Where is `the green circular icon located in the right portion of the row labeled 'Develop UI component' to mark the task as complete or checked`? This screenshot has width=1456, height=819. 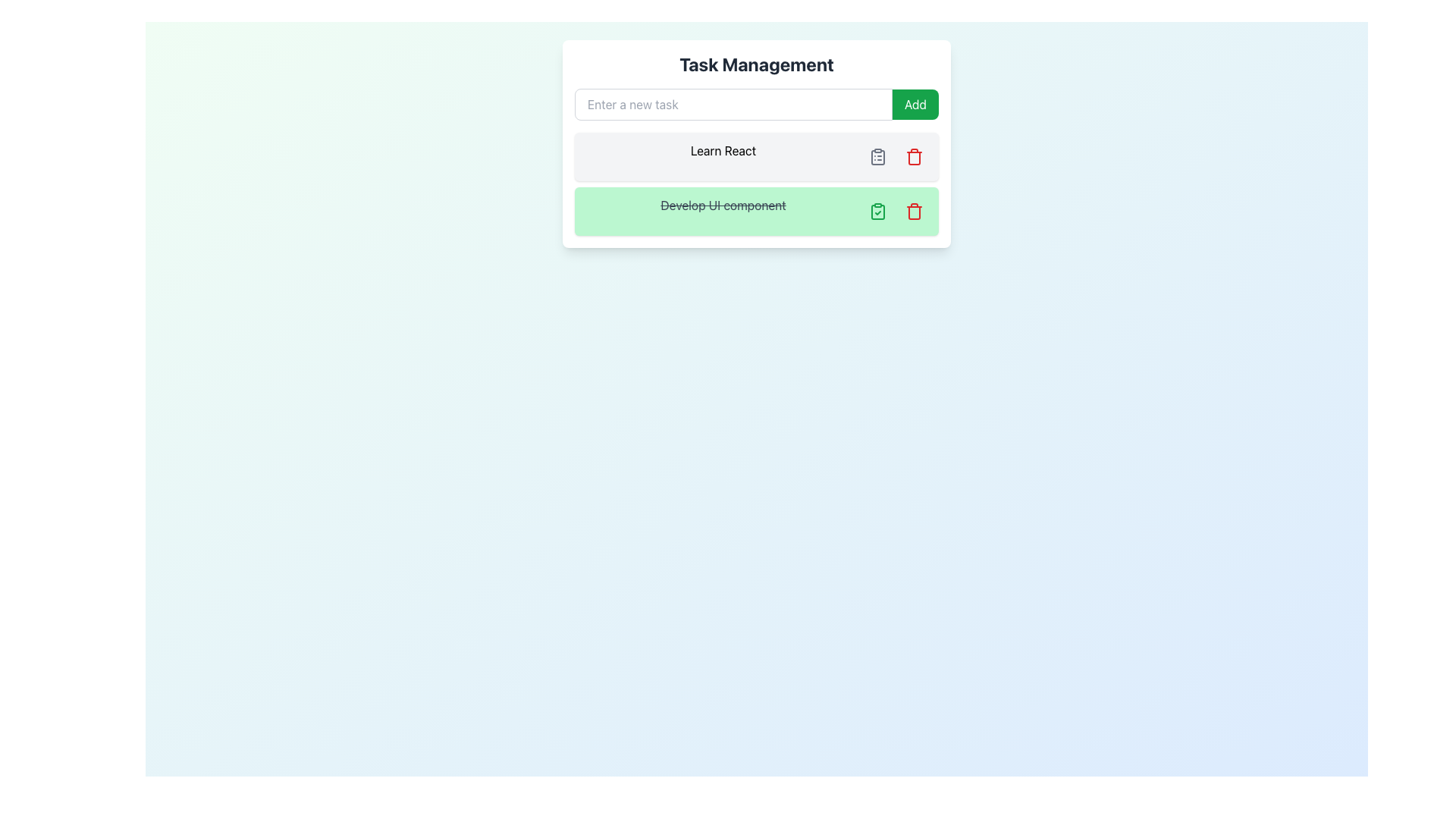
the green circular icon located in the right portion of the row labeled 'Develop UI component' to mark the task as complete or checked is located at coordinates (877, 211).